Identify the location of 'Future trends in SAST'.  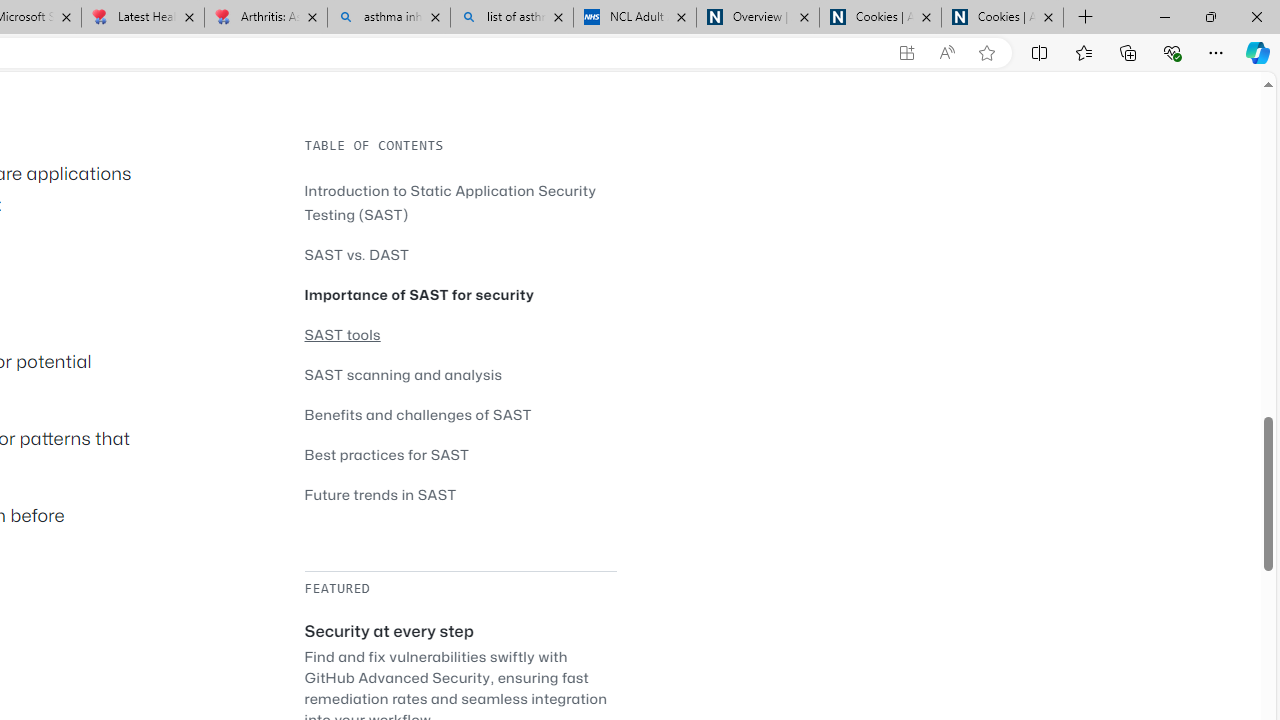
(380, 494).